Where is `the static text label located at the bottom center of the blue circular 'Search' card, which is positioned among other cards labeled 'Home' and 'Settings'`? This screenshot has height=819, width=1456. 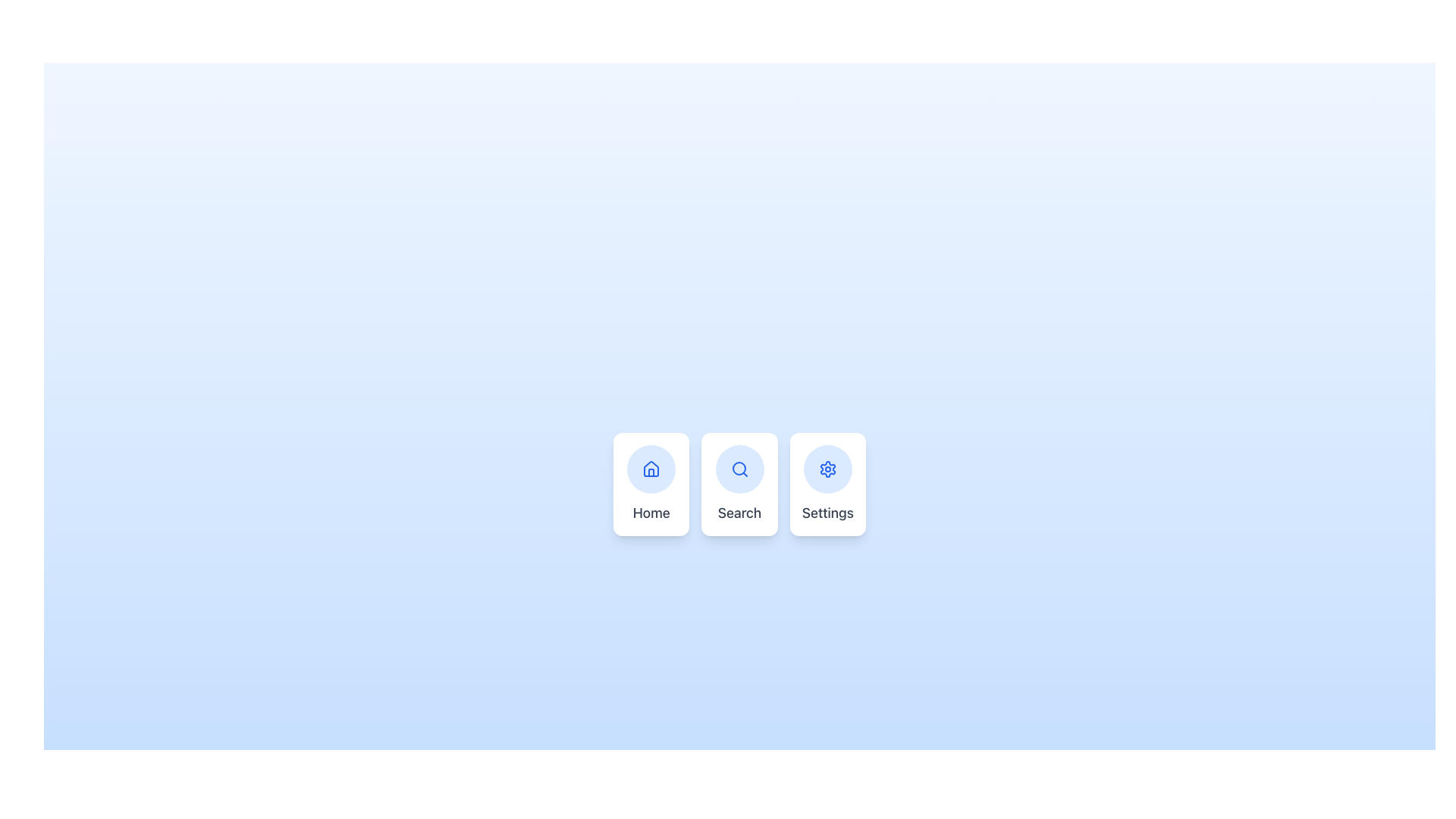 the static text label located at the bottom center of the blue circular 'Search' card, which is positioned among other cards labeled 'Home' and 'Settings' is located at coordinates (739, 513).